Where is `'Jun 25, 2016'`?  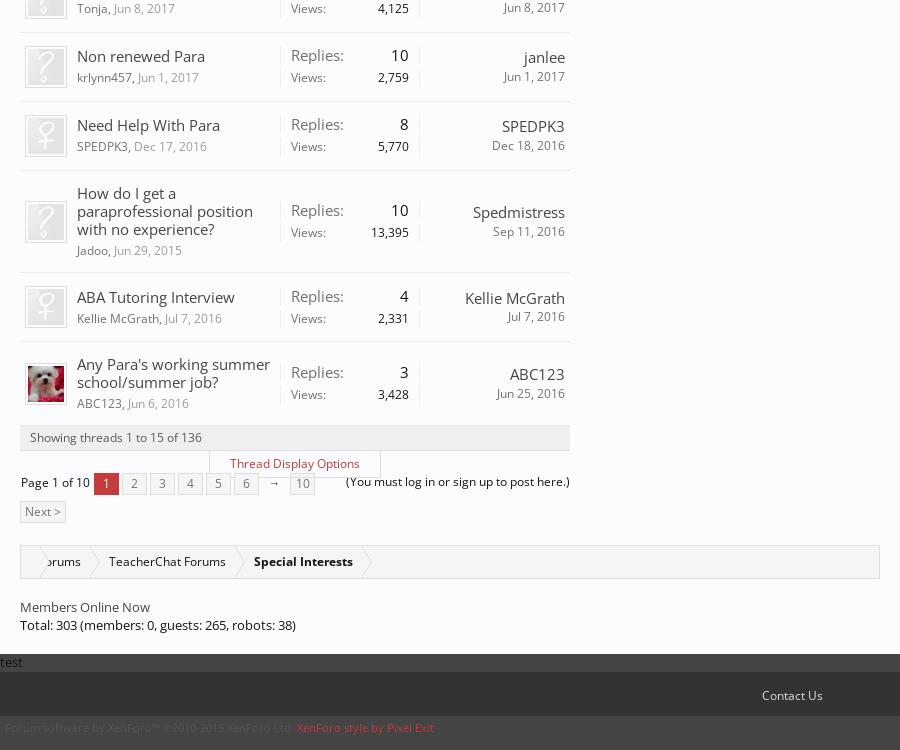 'Jun 25, 2016' is located at coordinates (530, 392).